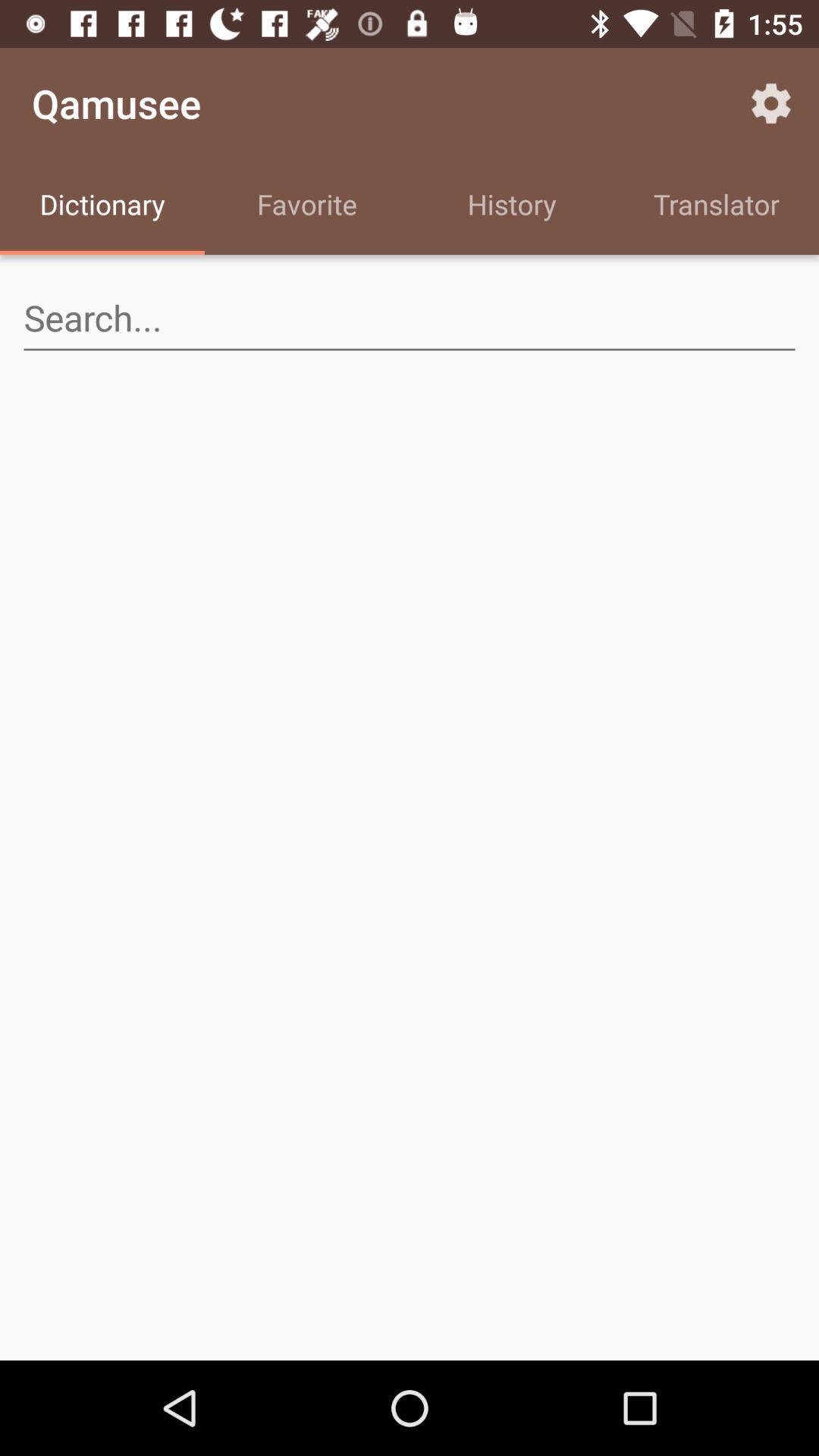 The image size is (819, 1456). Describe the element at coordinates (307, 206) in the screenshot. I see `the item below the qamusee icon` at that location.